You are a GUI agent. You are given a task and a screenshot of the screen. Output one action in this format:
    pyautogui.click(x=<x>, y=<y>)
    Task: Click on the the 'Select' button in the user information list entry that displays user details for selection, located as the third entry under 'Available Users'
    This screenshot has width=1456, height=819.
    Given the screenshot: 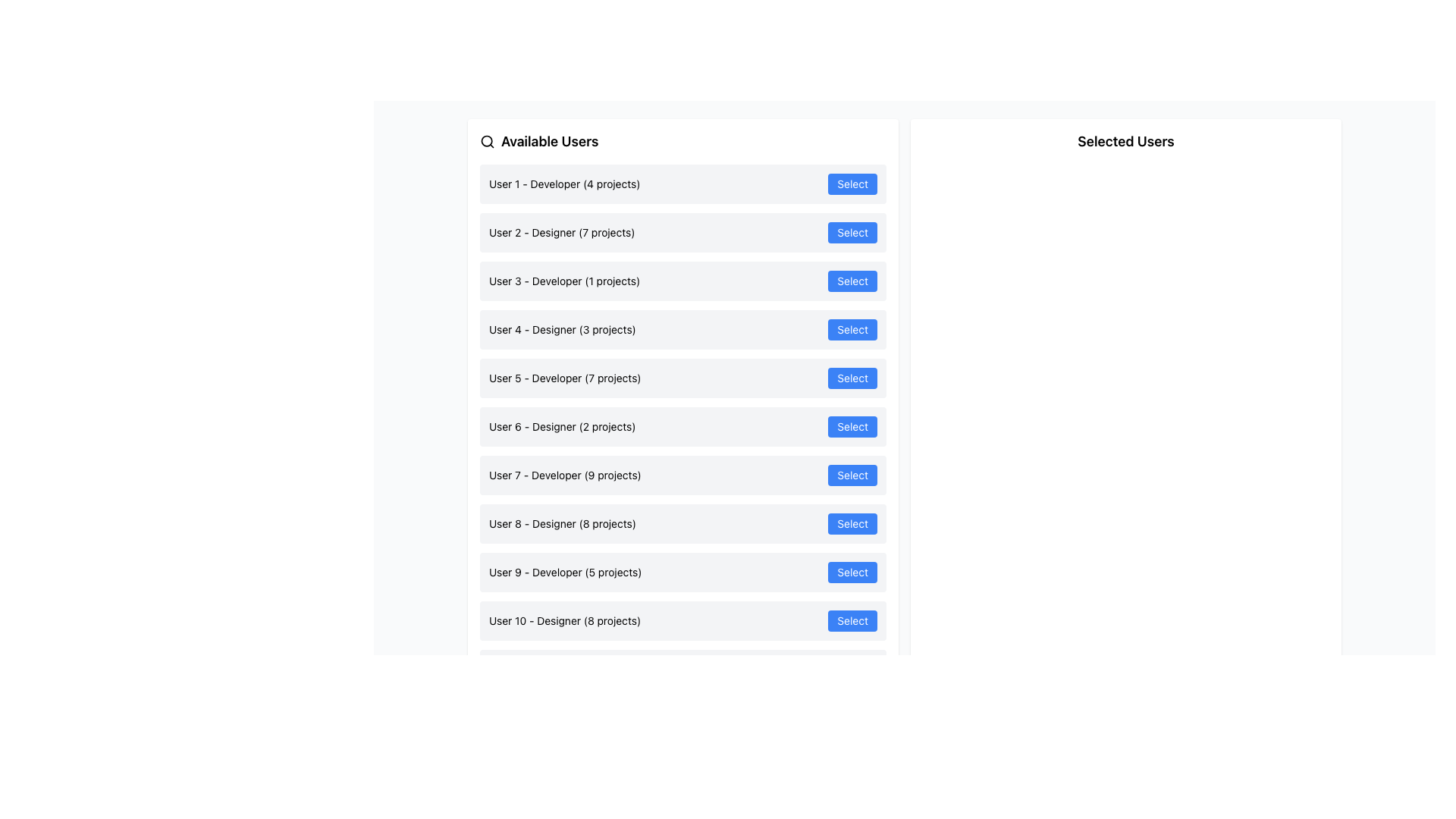 What is the action you would take?
    pyautogui.click(x=682, y=281)
    